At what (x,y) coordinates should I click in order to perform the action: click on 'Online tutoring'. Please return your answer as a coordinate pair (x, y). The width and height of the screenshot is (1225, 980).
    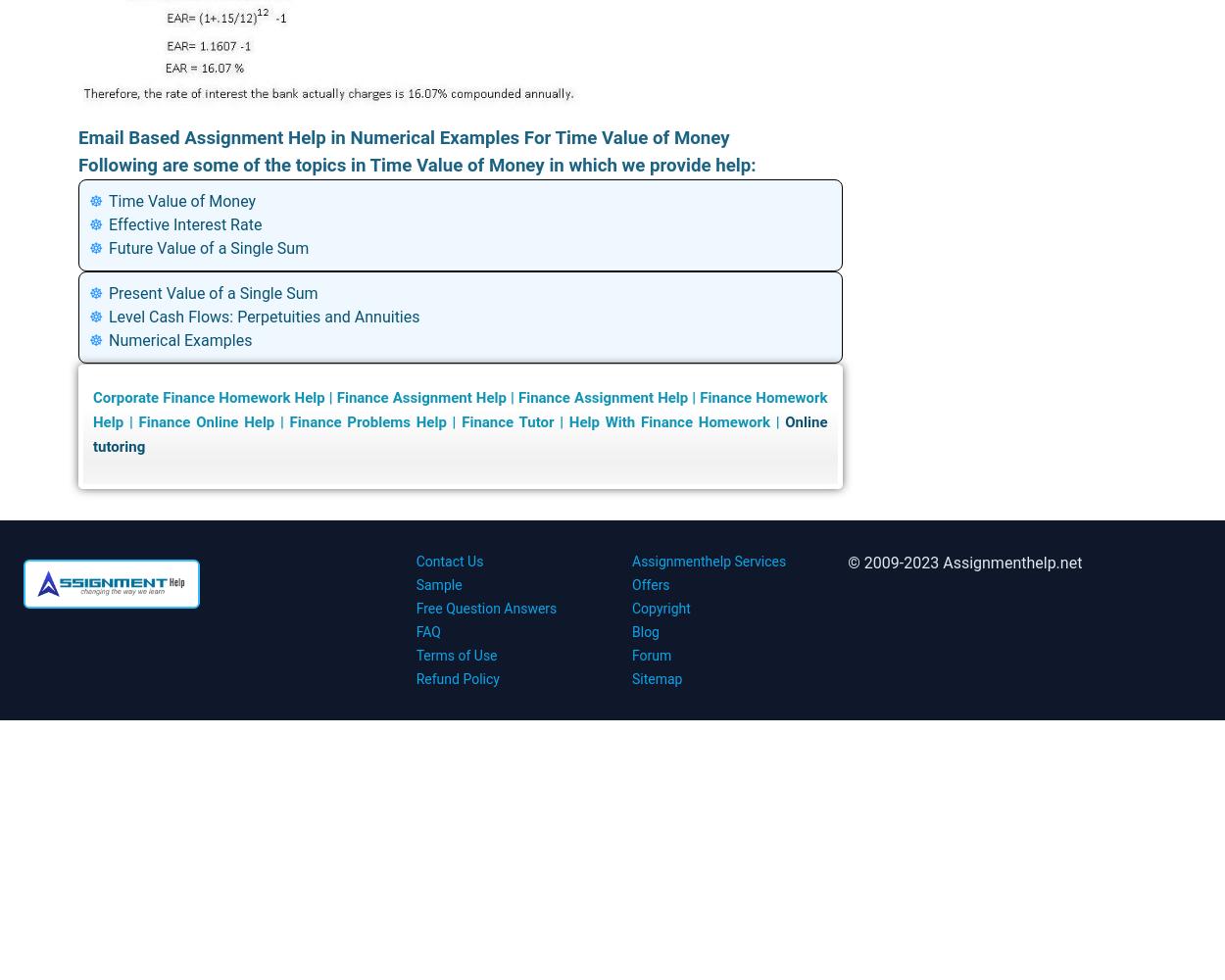
    Looking at the image, I should click on (459, 433).